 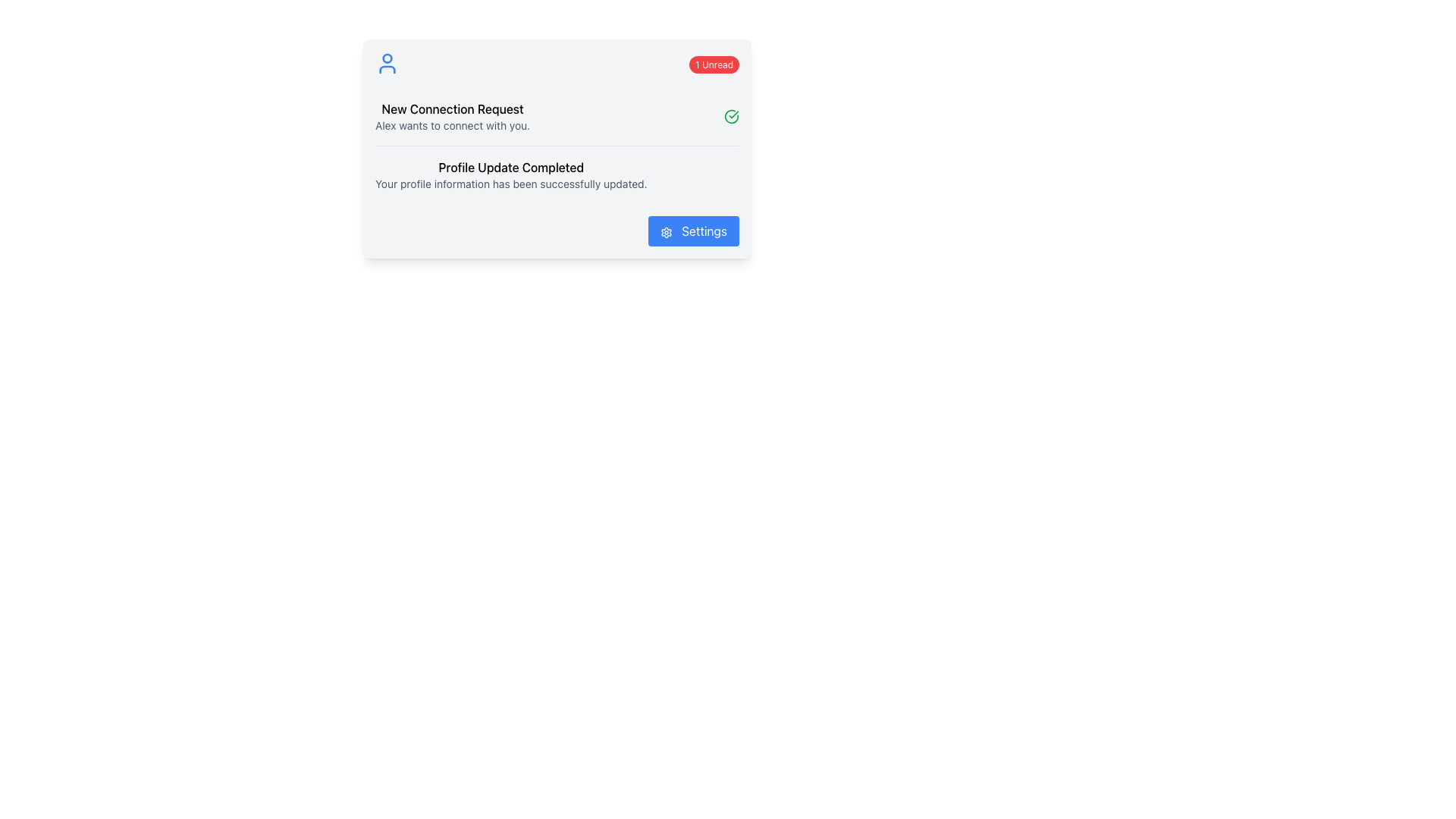 I want to click on the confirmation message indicating that the user's profile information has been updated successfully, located below the title 'Profile Update Completed' in the notification card, so click(x=511, y=184).